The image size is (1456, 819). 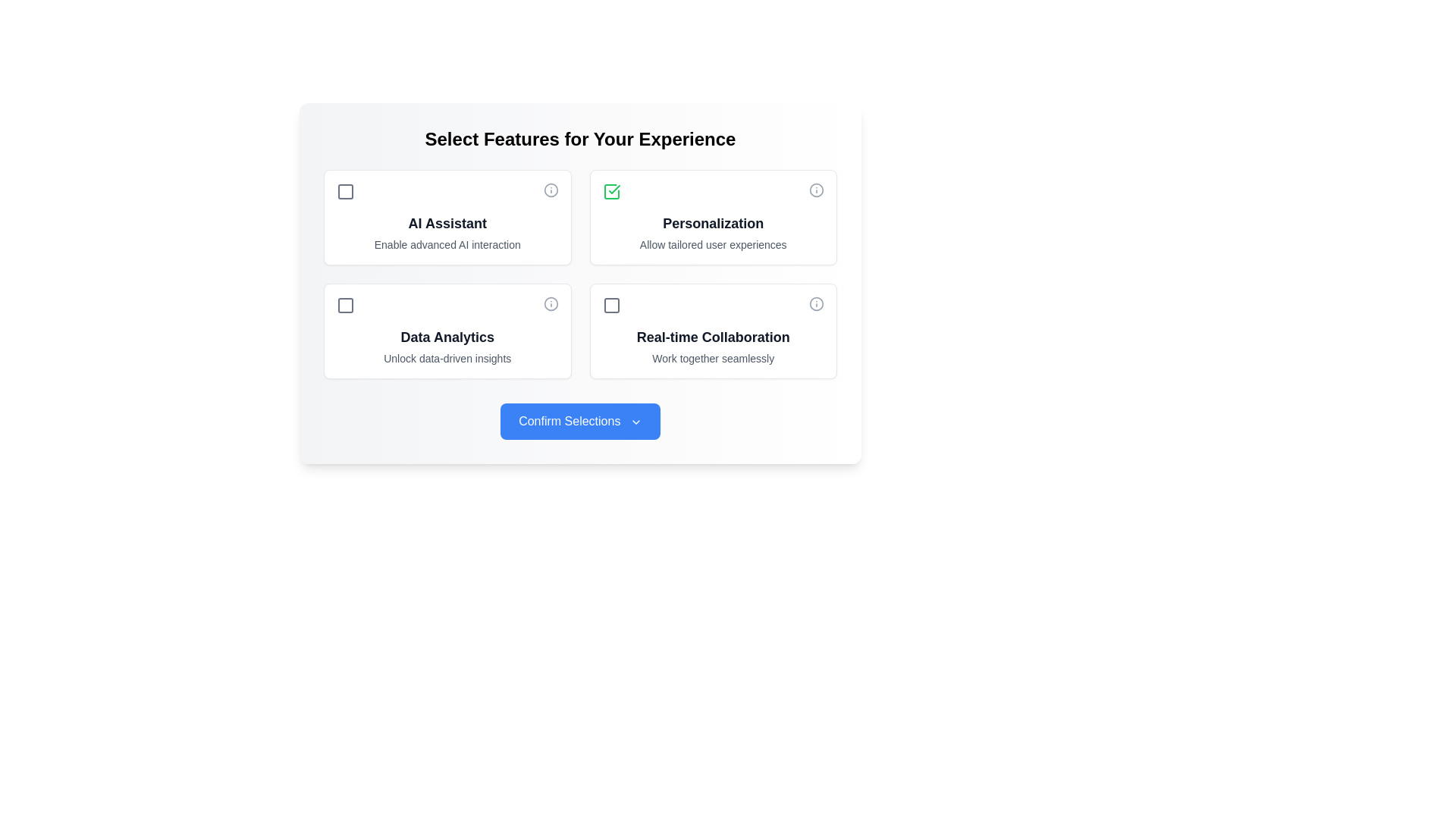 What do you see at coordinates (345, 191) in the screenshot?
I see `the inner rounded rectangle of the checkbox component adjacent to the 'AI Assistant' label in the top-left quadrant of the selection interface` at bounding box center [345, 191].